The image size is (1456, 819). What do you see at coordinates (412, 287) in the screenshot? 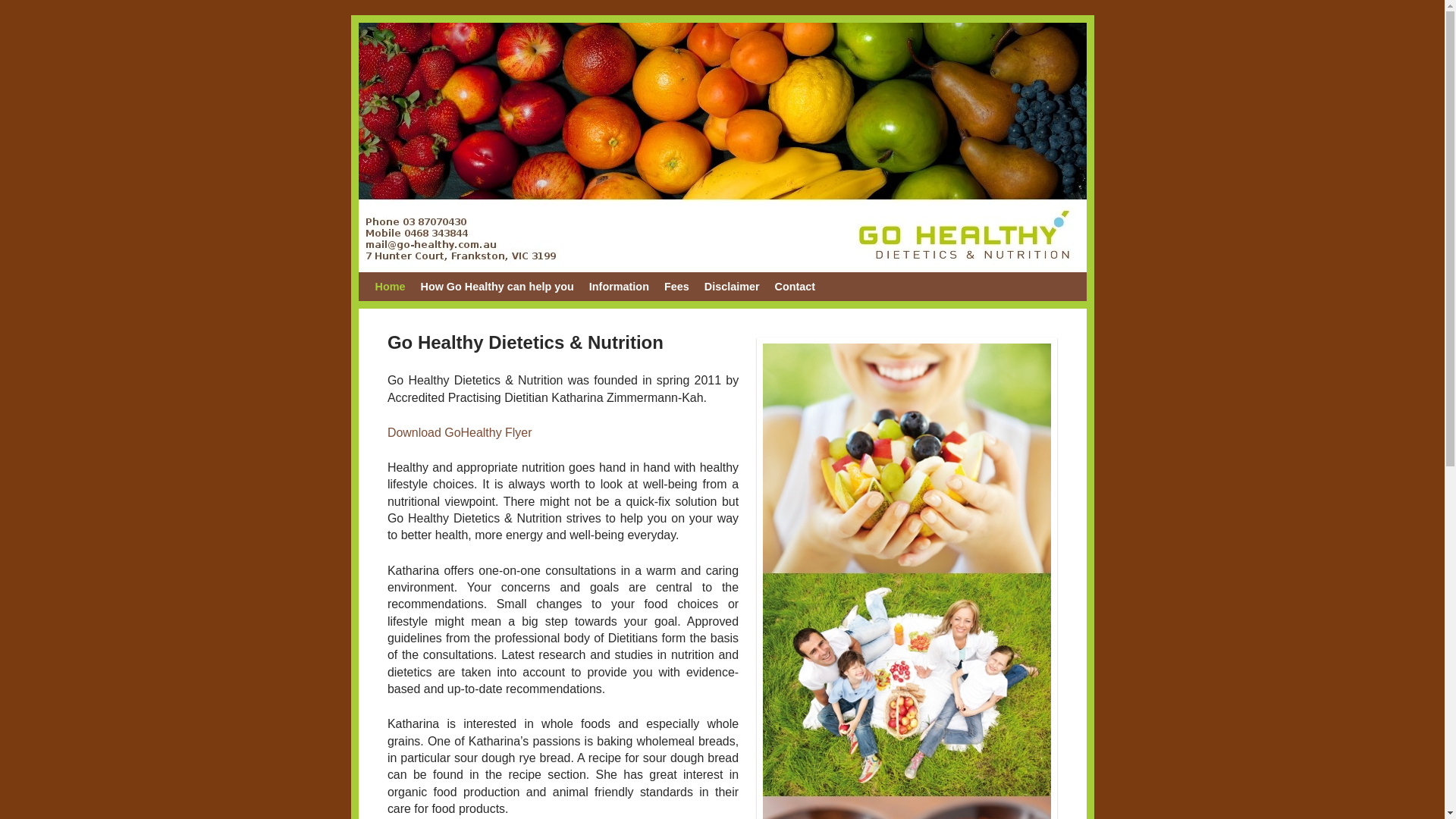
I see `'How Go Healthy can help you'` at bounding box center [412, 287].